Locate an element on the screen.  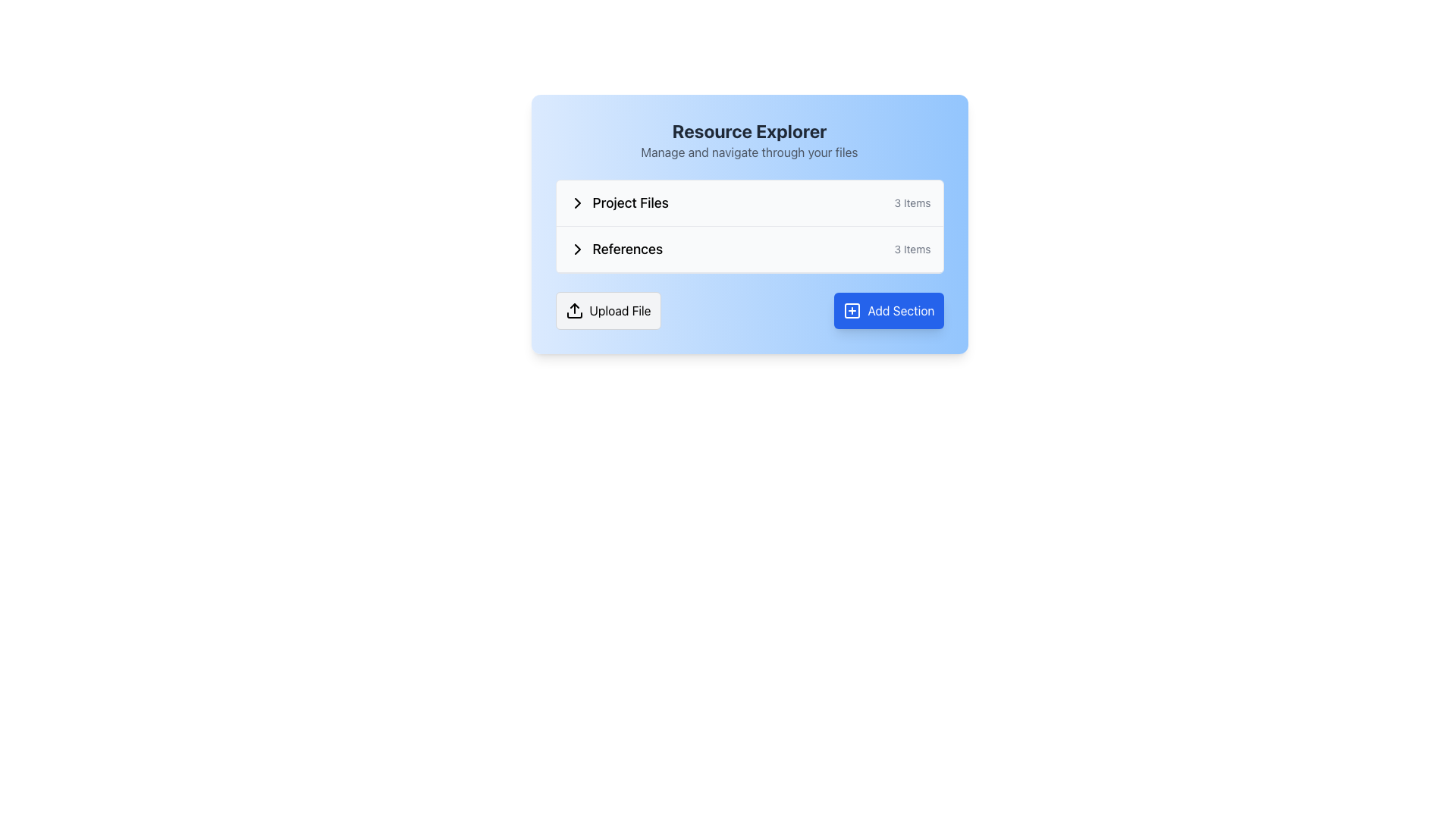
the 'References' text label with icon, which is styled in bold and serves as a navigational or expandable section under the 'Resource Explorer' heading is located at coordinates (615, 248).